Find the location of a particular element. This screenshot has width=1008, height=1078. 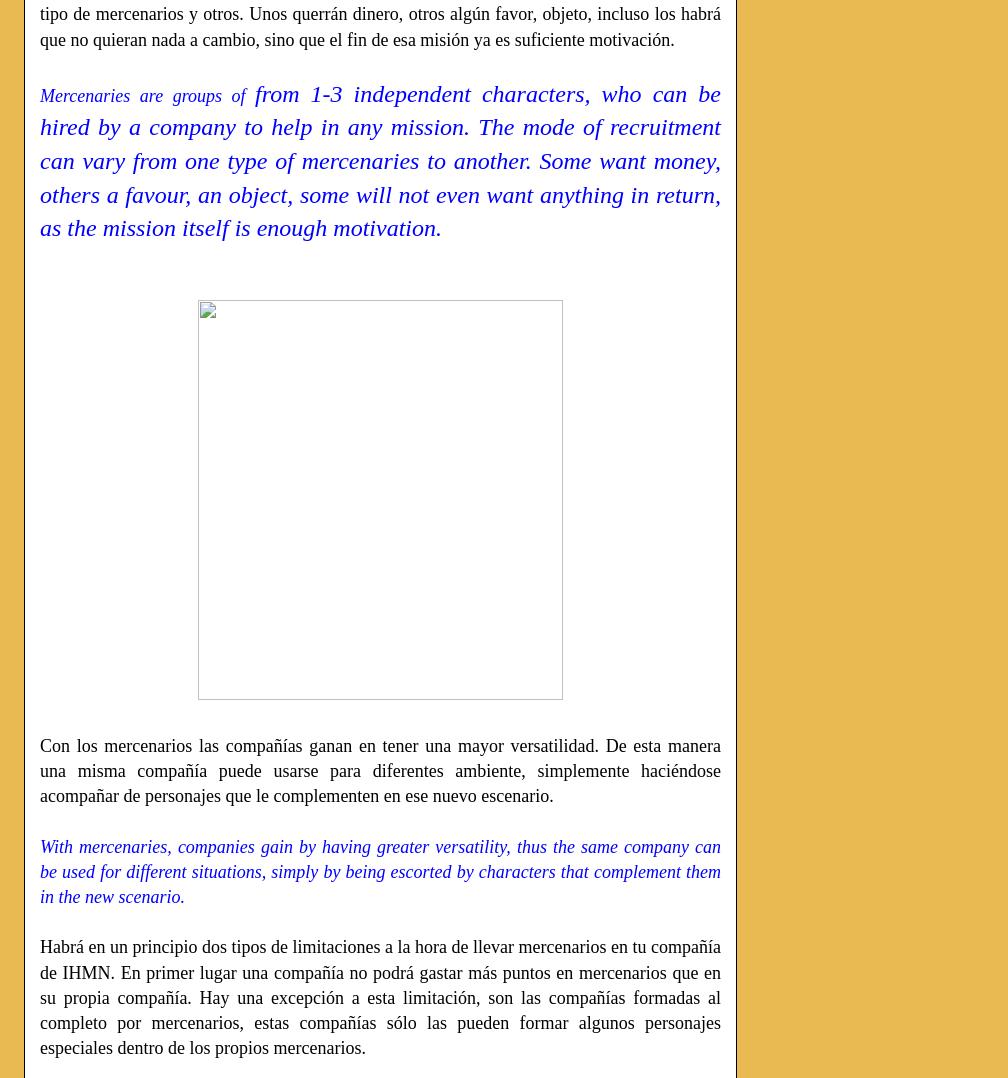

'With mercenaries, companies gain by having greater versatility, thus the same company can be used for different situations, simply by being escorted by characters that complement them in the new scenario.' is located at coordinates (380, 870).